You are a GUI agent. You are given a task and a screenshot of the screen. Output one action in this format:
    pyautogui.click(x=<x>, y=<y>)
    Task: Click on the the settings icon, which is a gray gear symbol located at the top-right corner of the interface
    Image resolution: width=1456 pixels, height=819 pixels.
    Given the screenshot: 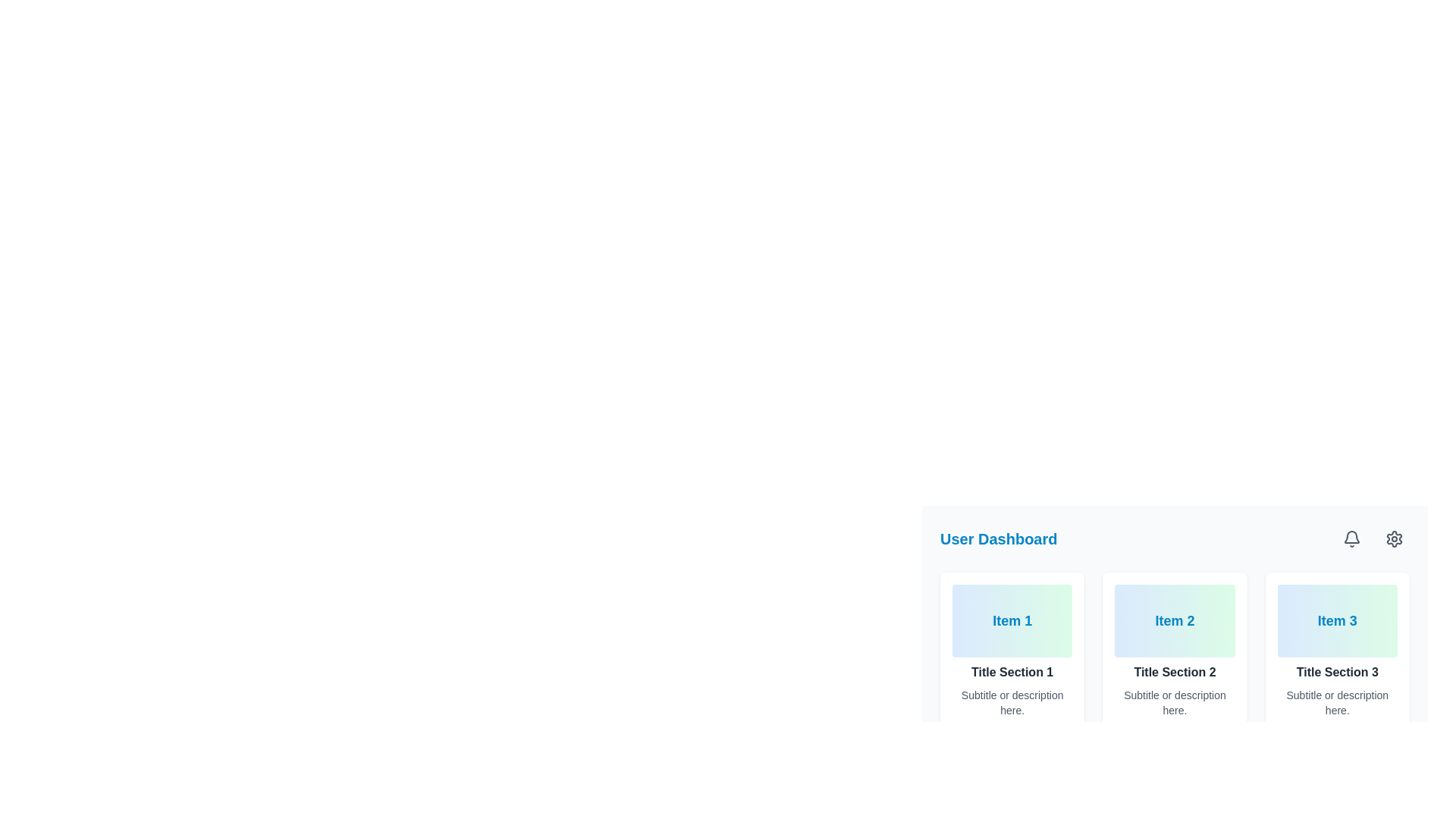 What is the action you would take?
    pyautogui.click(x=1394, y=538)
    